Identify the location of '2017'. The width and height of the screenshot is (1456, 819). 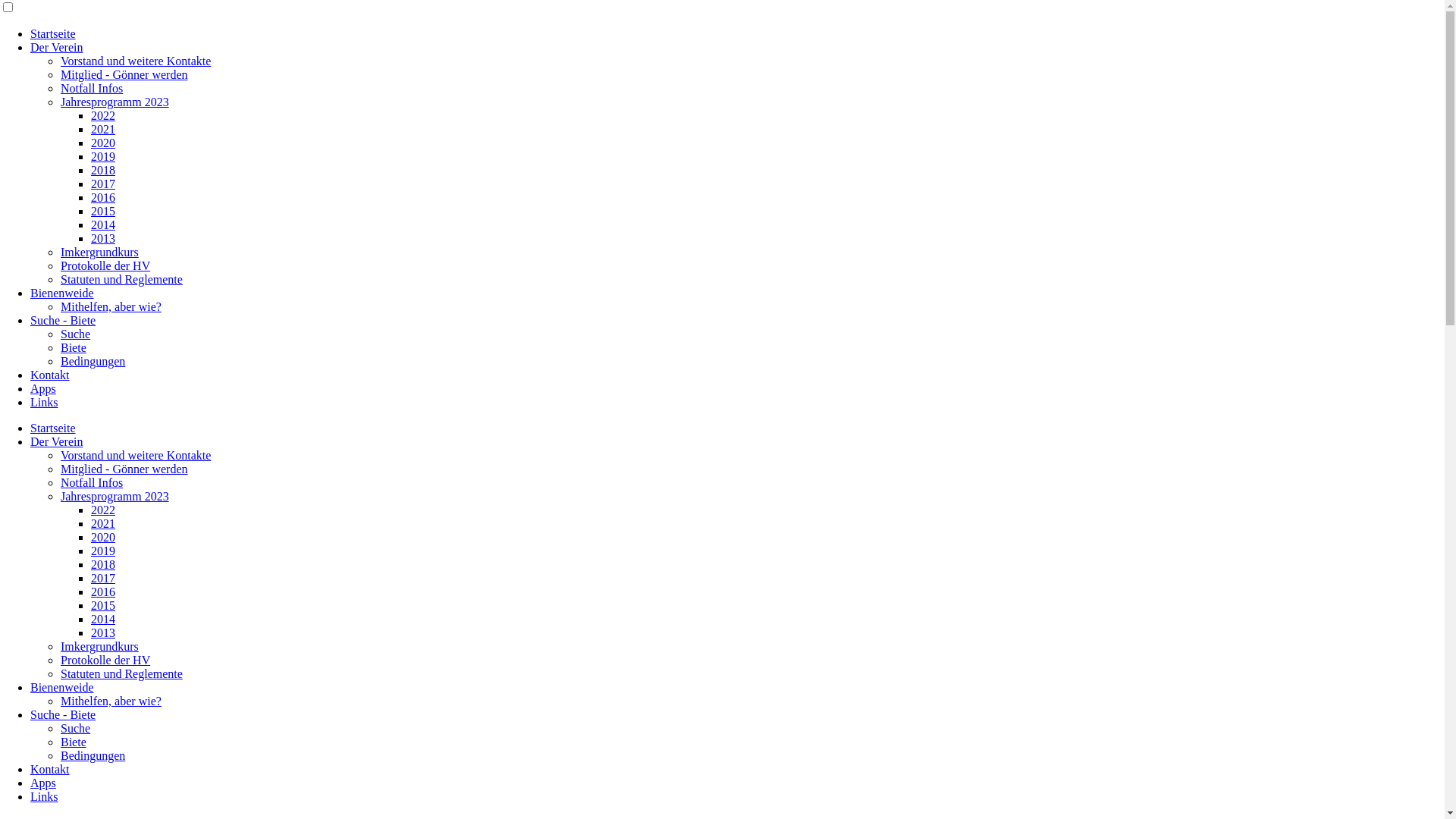
(102, 183).